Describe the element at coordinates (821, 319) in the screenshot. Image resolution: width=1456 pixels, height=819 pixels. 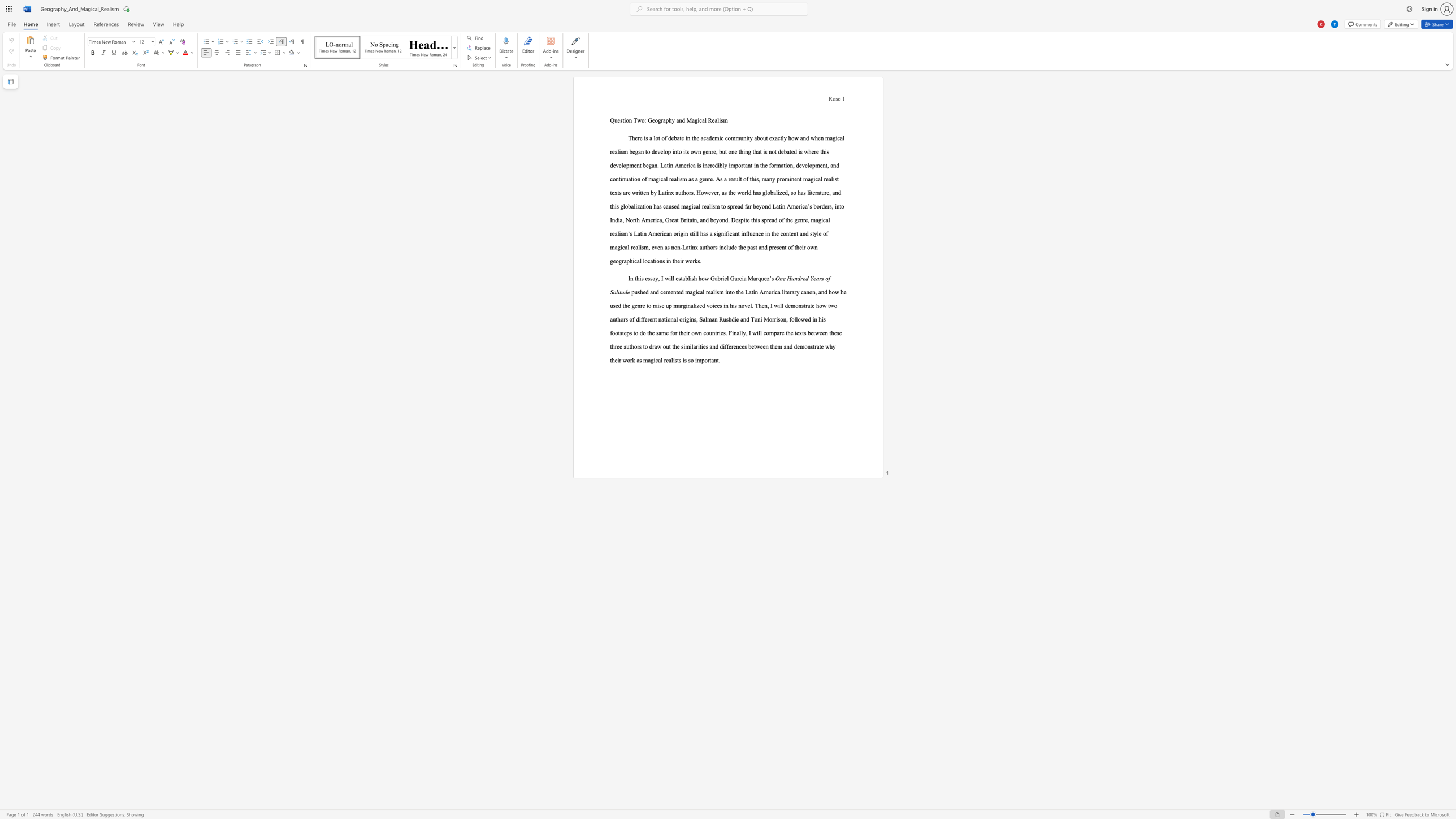
I see `the subset text "is foots" within the text "followed in his footsteps"` at that location.